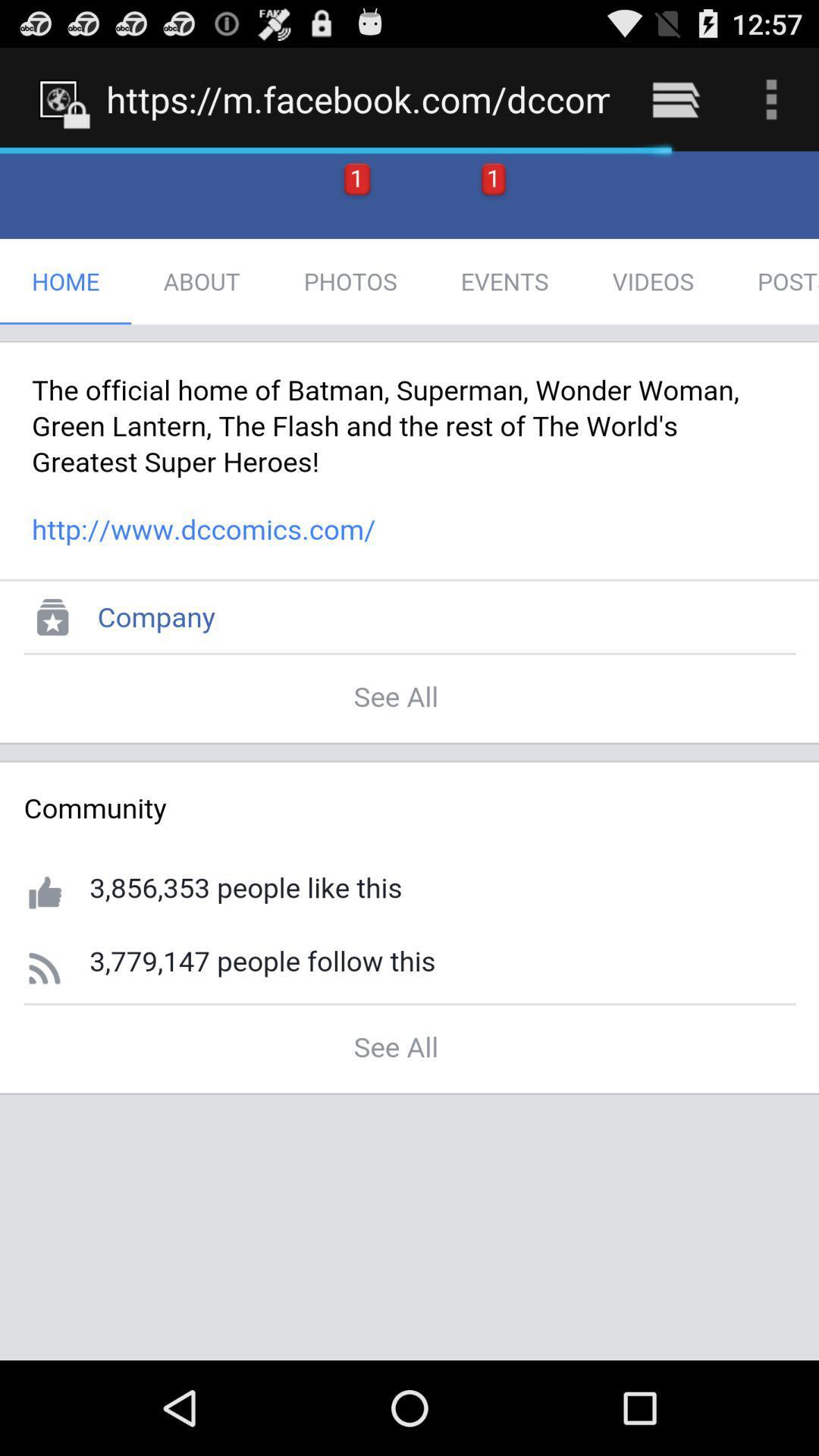 This screenshot has height=1456, width=819. Describe the element at coordinates (675, 99) in the screenshot. I see `the item next to https m facebook` at that location.